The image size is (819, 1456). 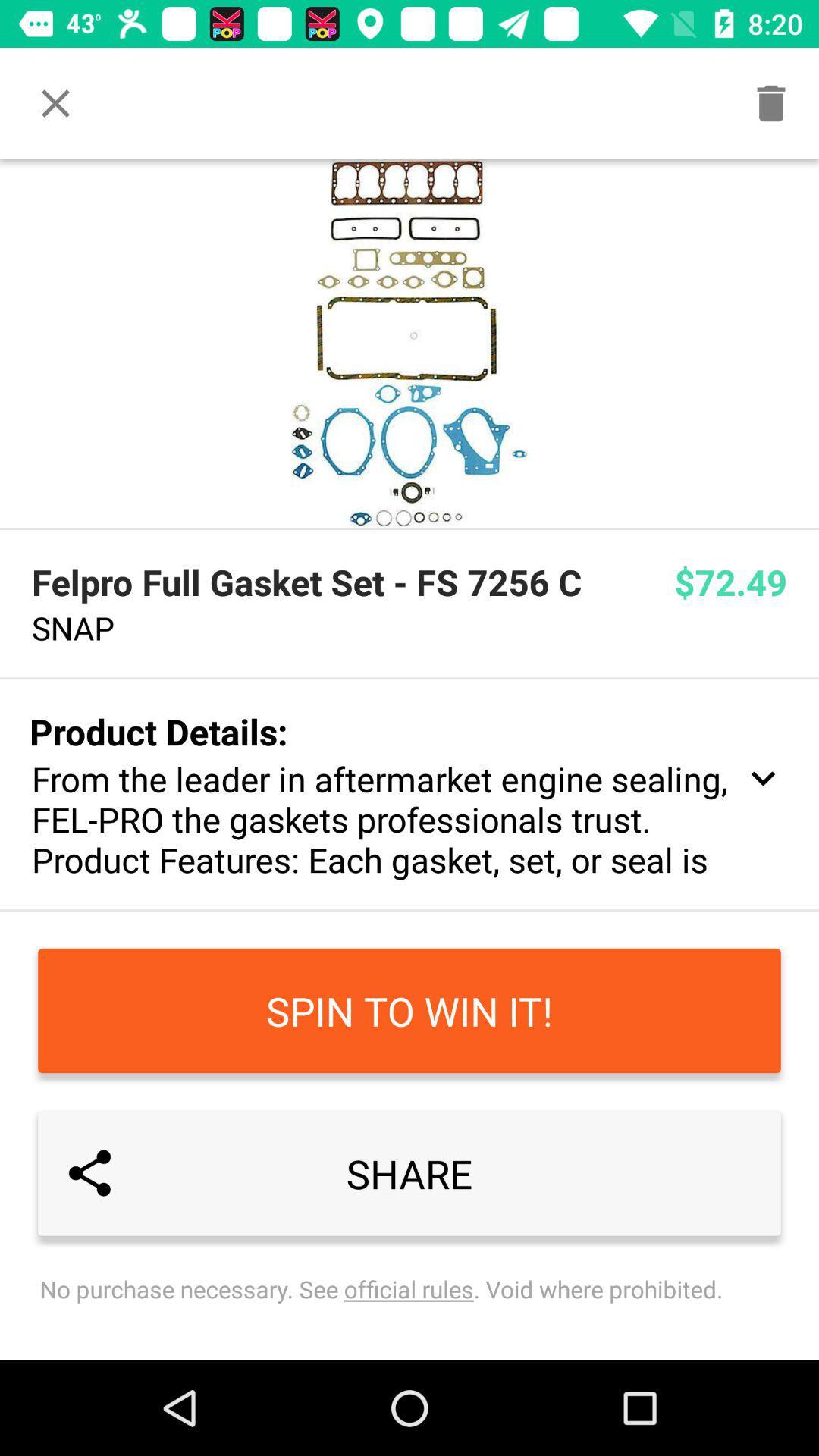 I want to click on the icon at the top left corner, so click(x=55, y=102).